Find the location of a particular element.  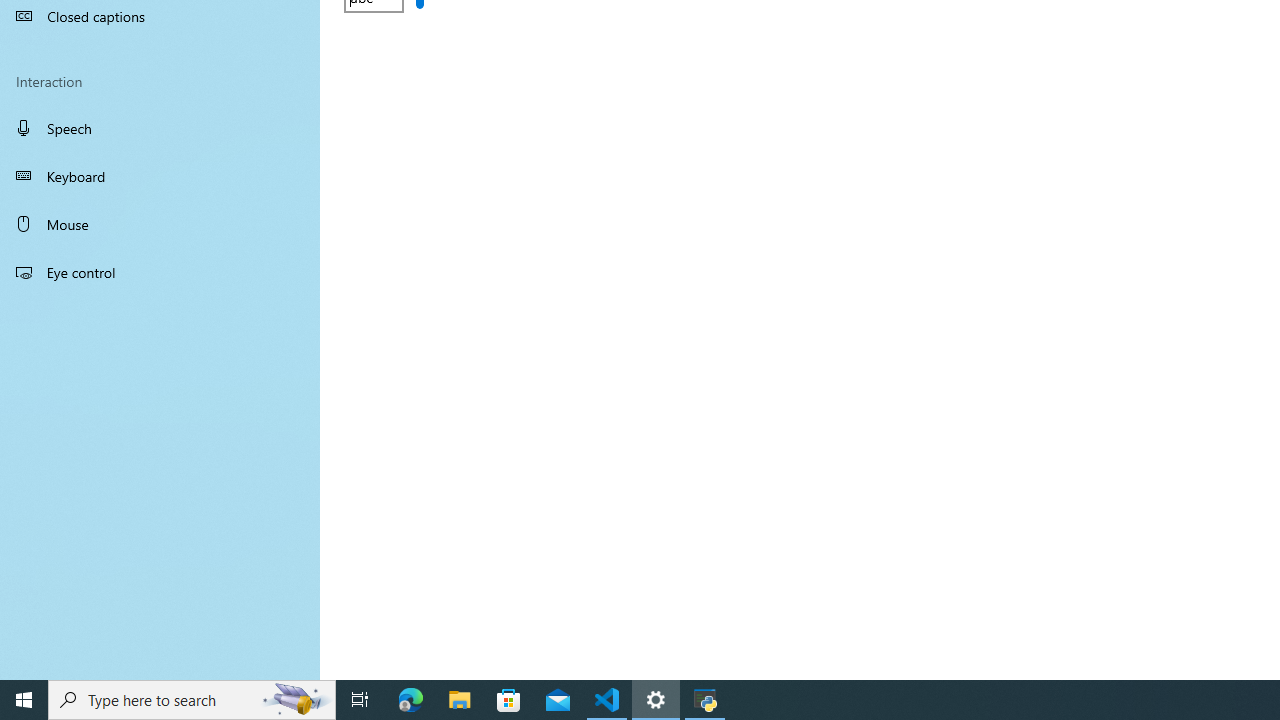

'Task View' is located at coordinates (359, 698).